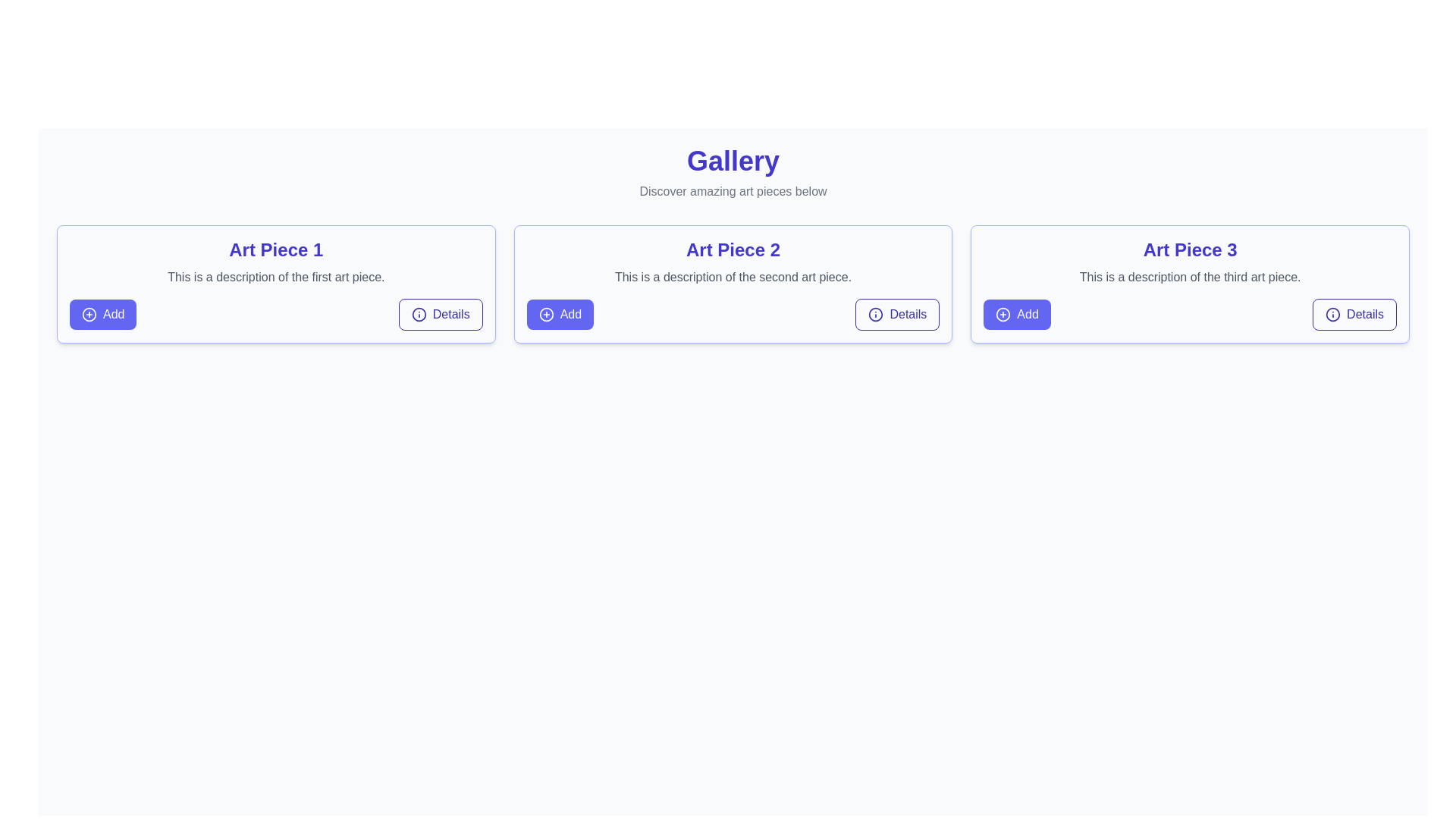 This screenshot has height=819, width=1456. What do you see at coordinates (89, 314) in the screenshot?
I see `the addition icon represented by an SVG within the 'Add' button located in the lower left corner of the 'Art Piece 1' card` at bounding box center [89, 314].